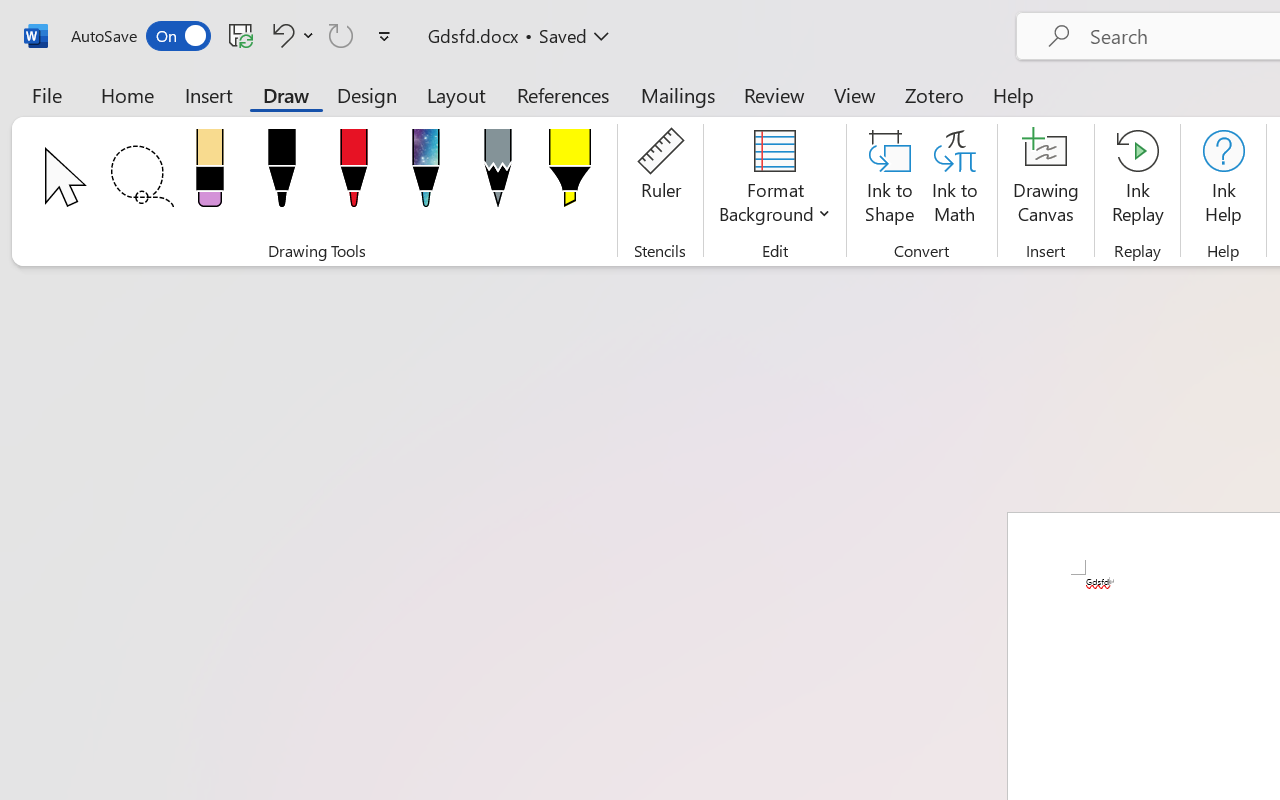 The height and width of the screenshot is (800, 1280). Describe the element at coordinates (953, 179) in the screenshot. I see `'Ink to Math'` at that location.